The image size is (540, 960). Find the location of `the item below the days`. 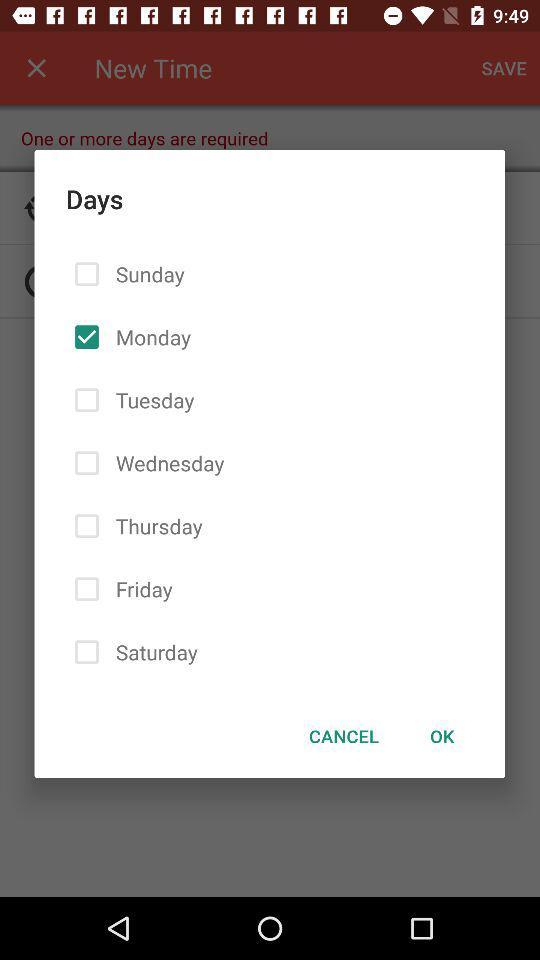

the item below the days is located at coordinates (343, 735).